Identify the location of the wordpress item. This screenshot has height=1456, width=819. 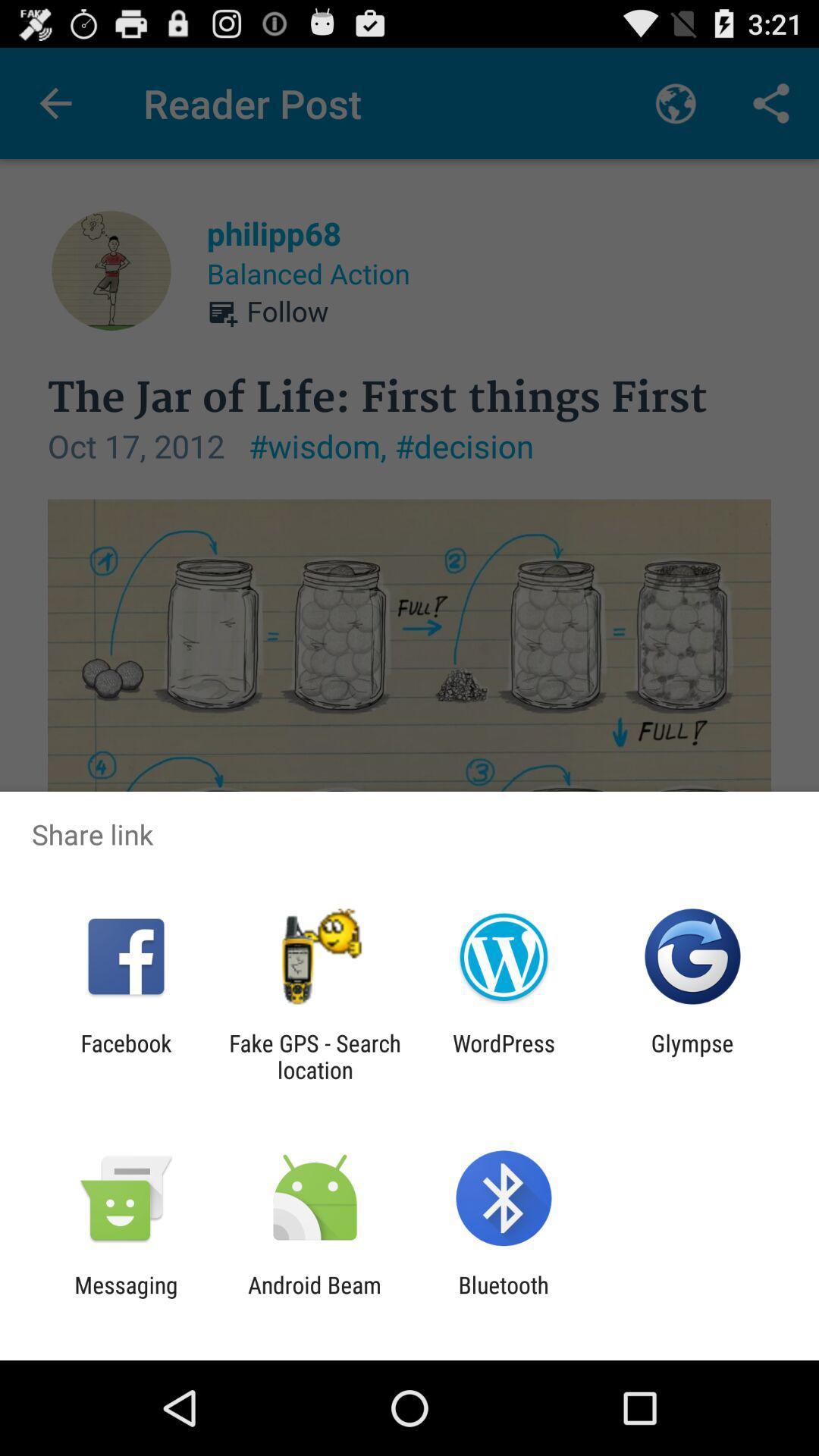
(504, 1056).